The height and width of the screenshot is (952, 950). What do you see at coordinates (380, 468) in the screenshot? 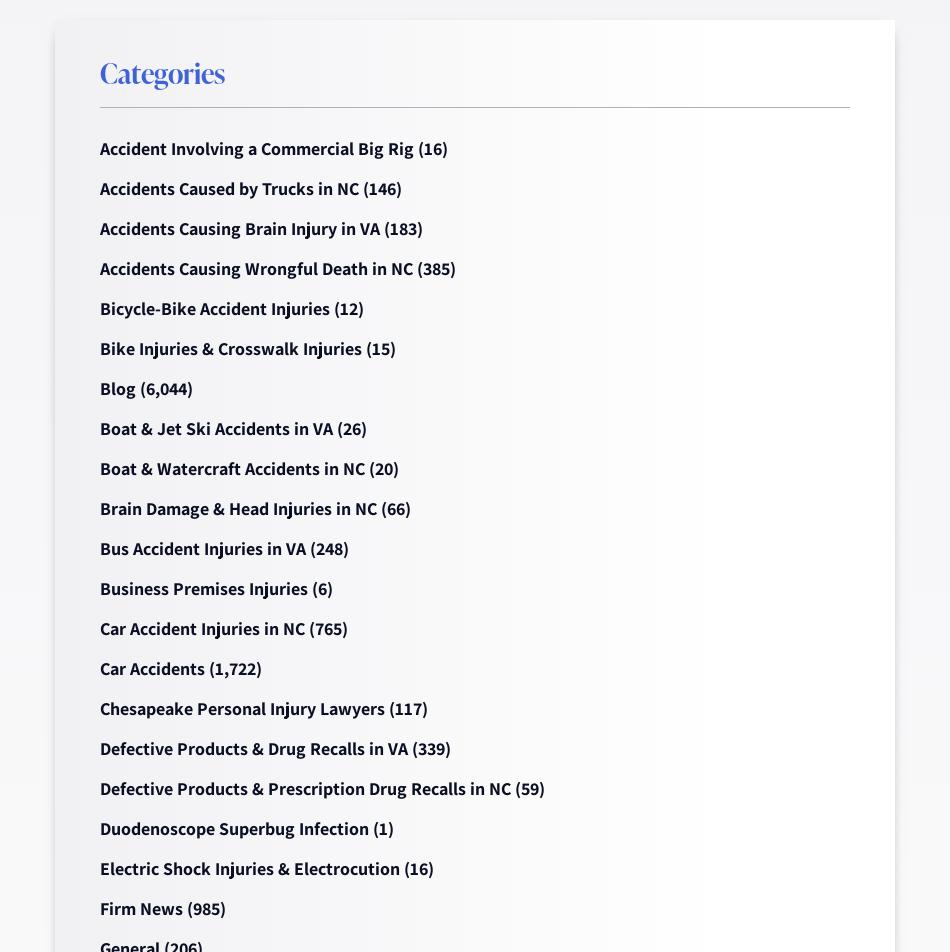
I see `'(20)'` at bounding box center [380, 468].